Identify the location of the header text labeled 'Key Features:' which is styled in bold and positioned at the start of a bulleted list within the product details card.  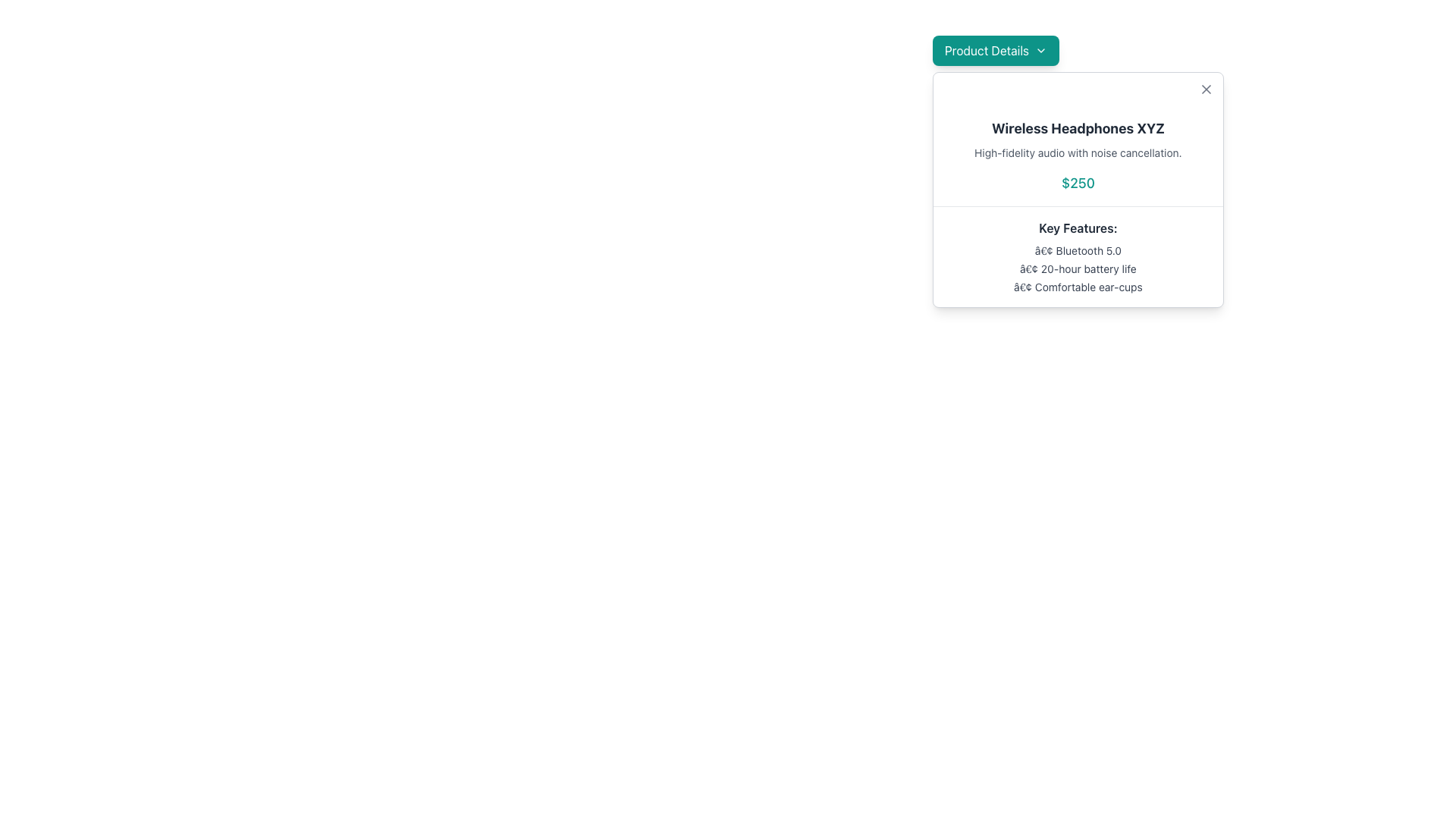
(1077, 227).